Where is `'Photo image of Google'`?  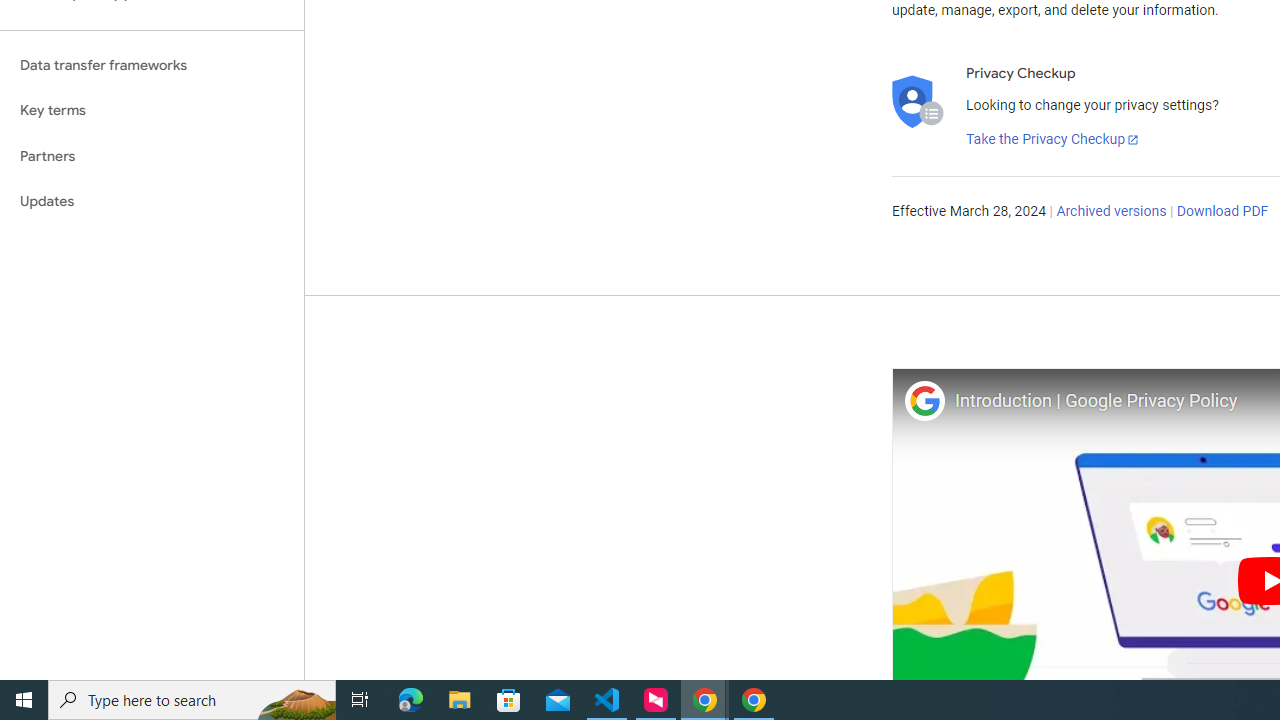 'Photo image of Google' is located at coordinates (923, 400).